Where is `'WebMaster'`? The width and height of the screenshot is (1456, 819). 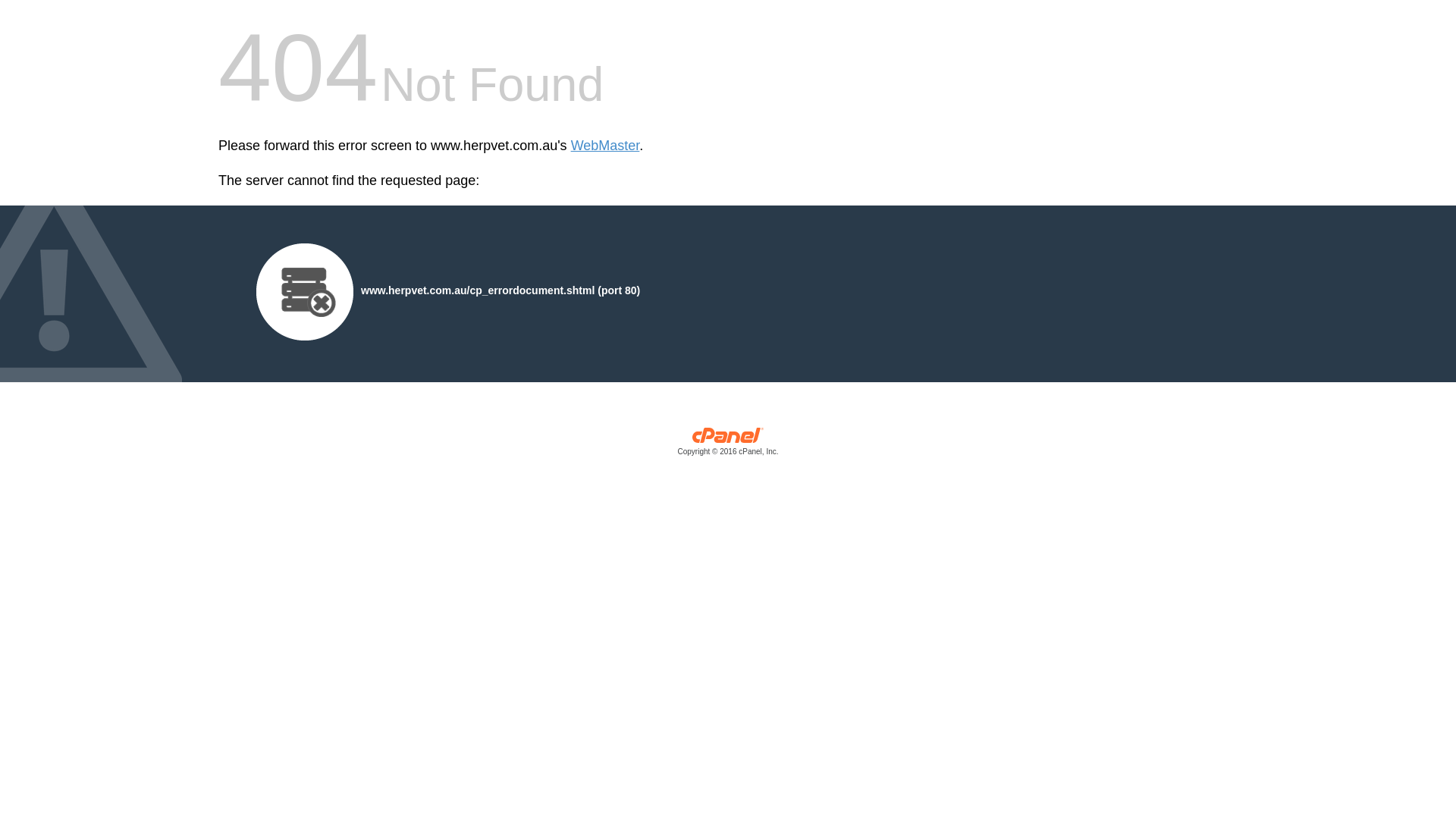
'WebMaster' is located at coordinates (604, 146).